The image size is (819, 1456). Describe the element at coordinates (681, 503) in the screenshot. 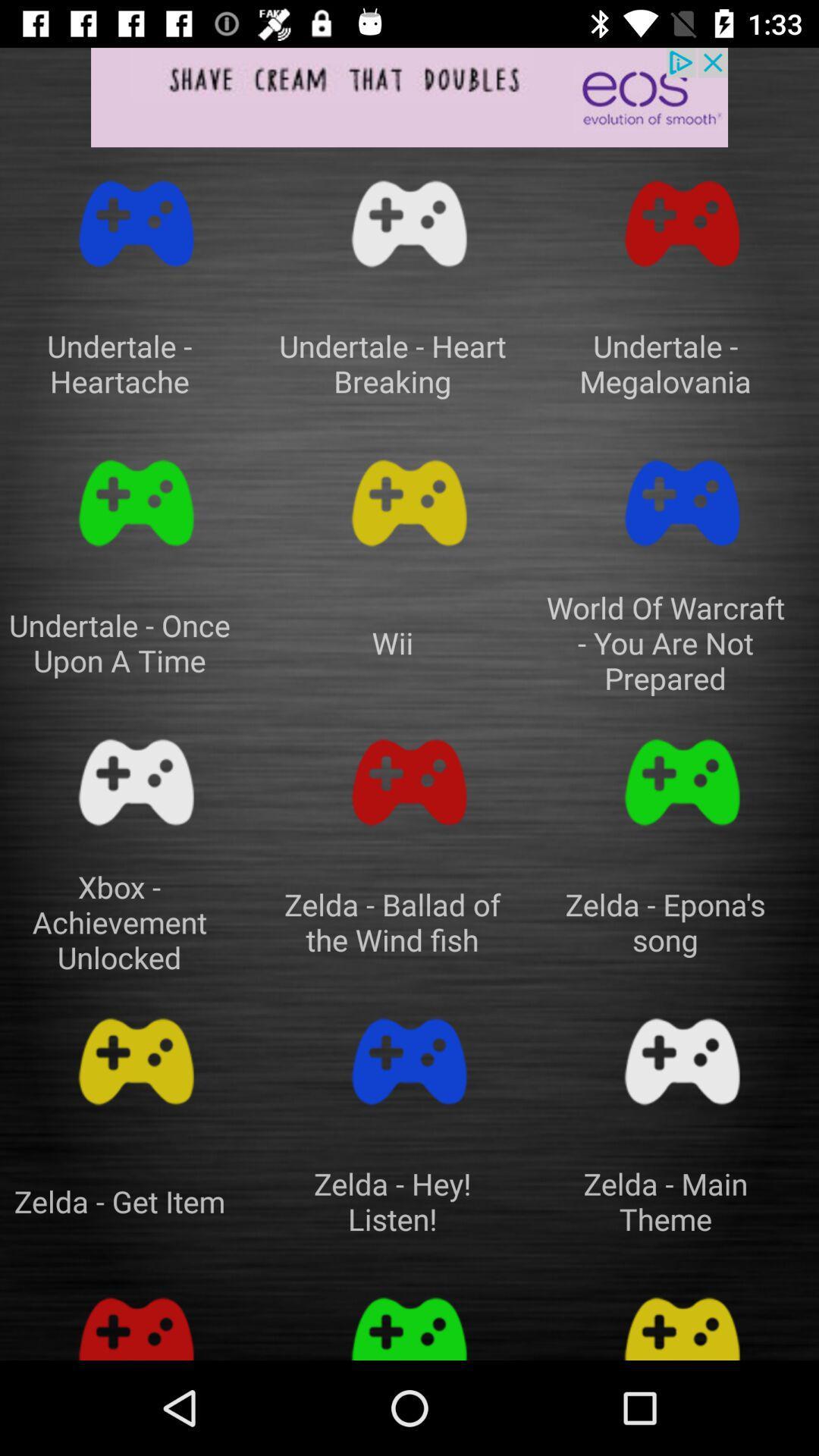

I see `game` at that location.